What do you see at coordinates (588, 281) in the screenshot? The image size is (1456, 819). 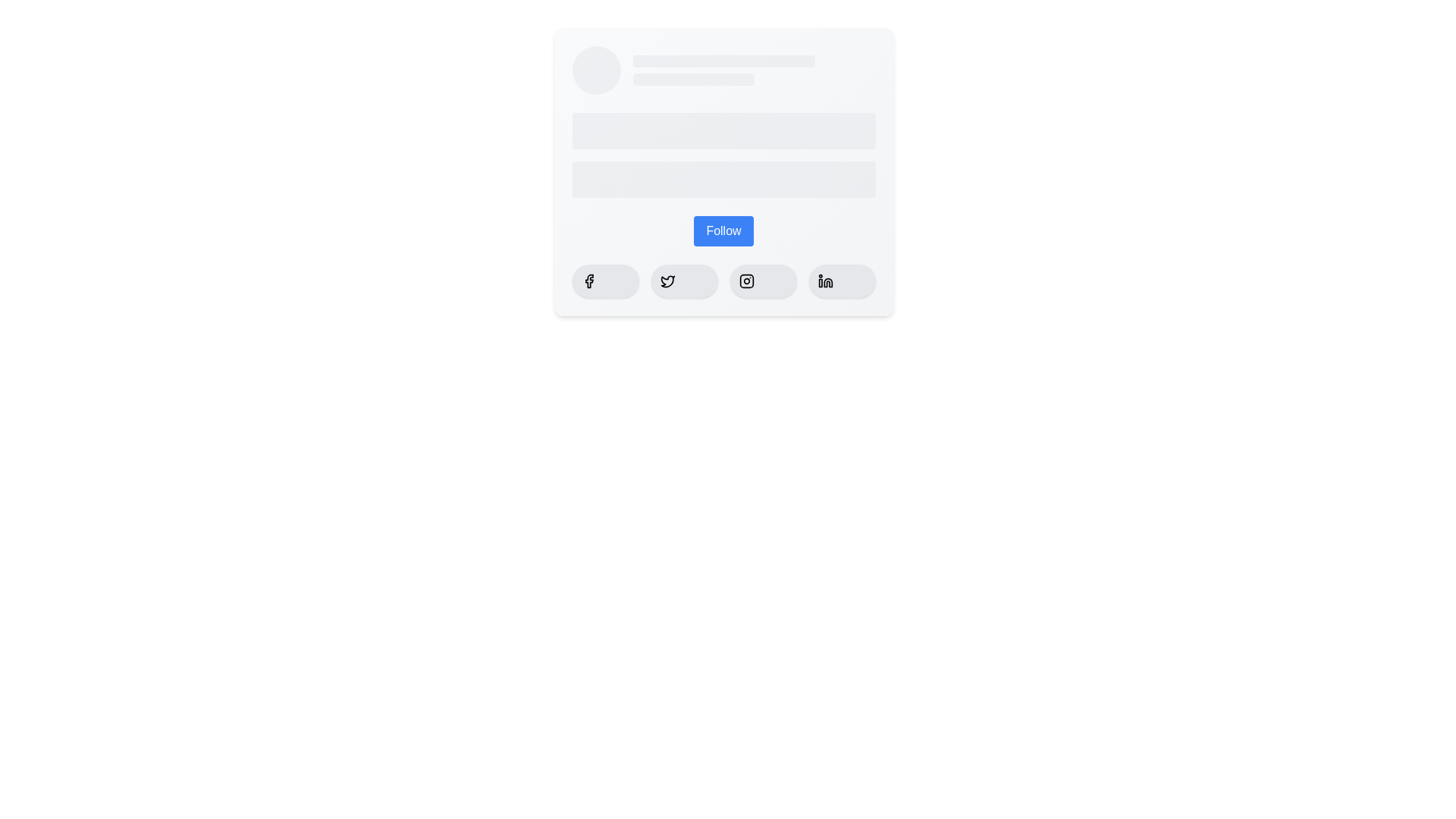 I see `the Facebook icon, which is the first icon in a row of similar icons under the 'Follow' button, representing a link to Facebook` at bounding box center [588, 281].